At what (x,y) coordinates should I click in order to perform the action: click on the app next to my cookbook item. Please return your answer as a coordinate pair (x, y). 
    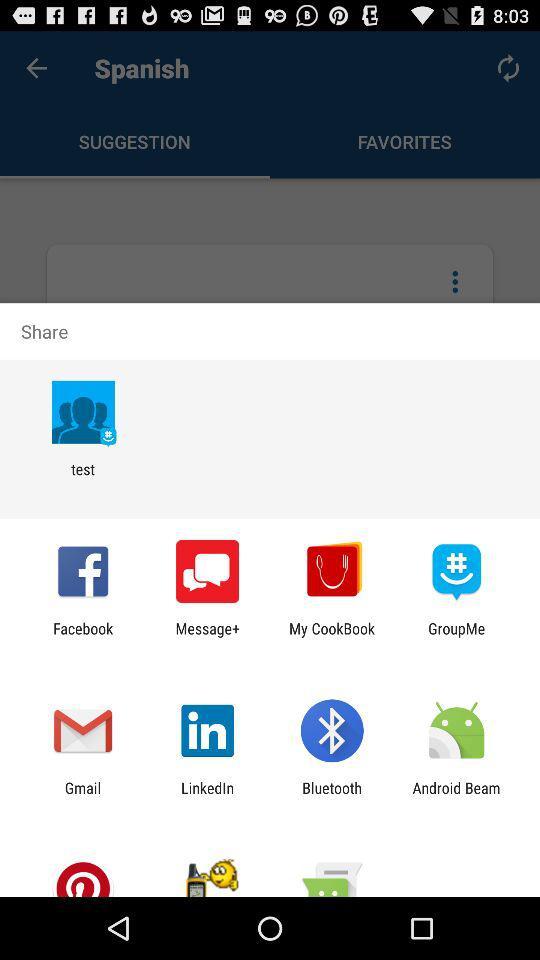
    Looking at the image, I should click on (206, 636).